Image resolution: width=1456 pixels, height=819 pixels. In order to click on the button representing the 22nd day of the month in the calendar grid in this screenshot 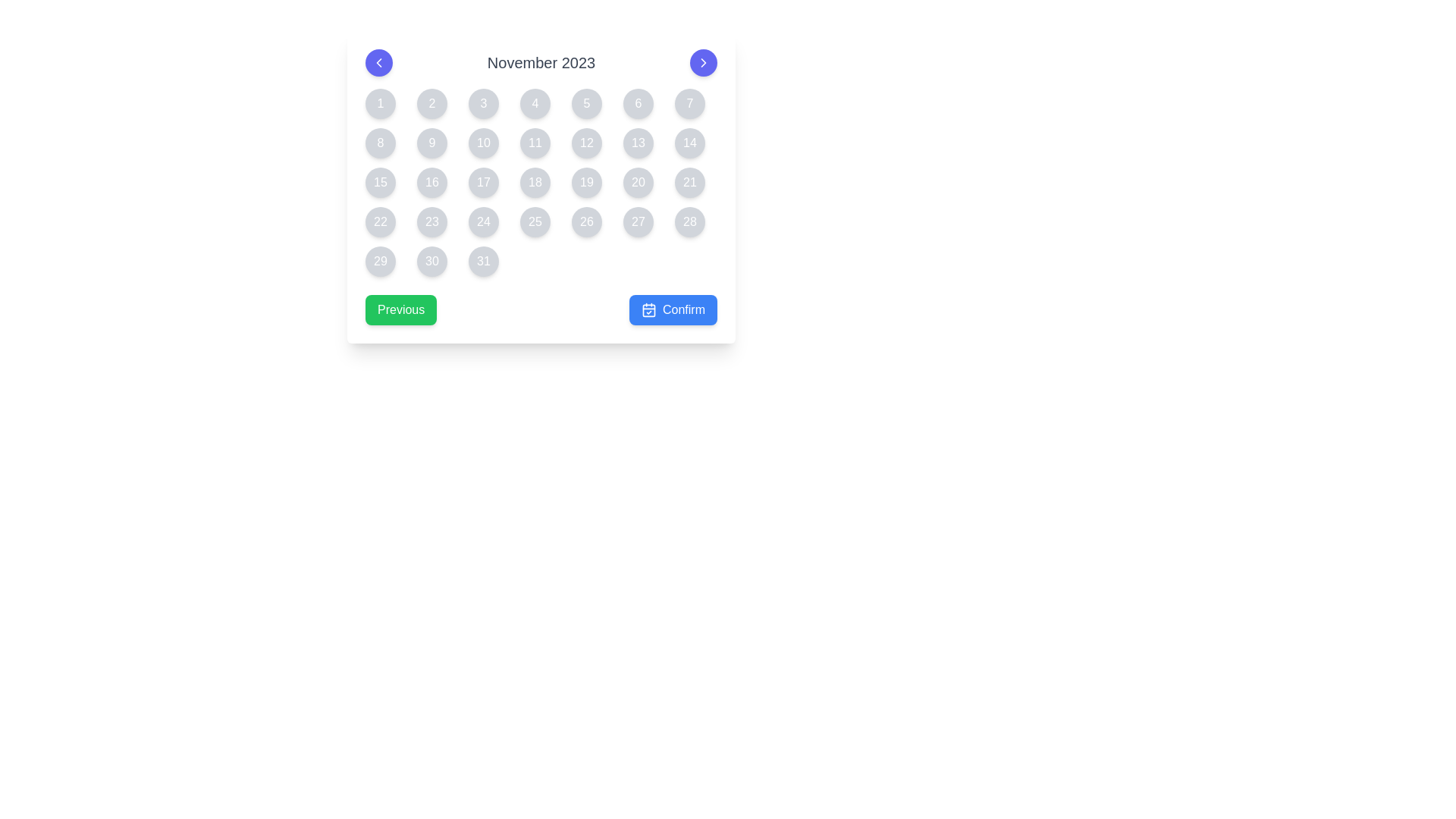, I will do `click(381, 222)`.